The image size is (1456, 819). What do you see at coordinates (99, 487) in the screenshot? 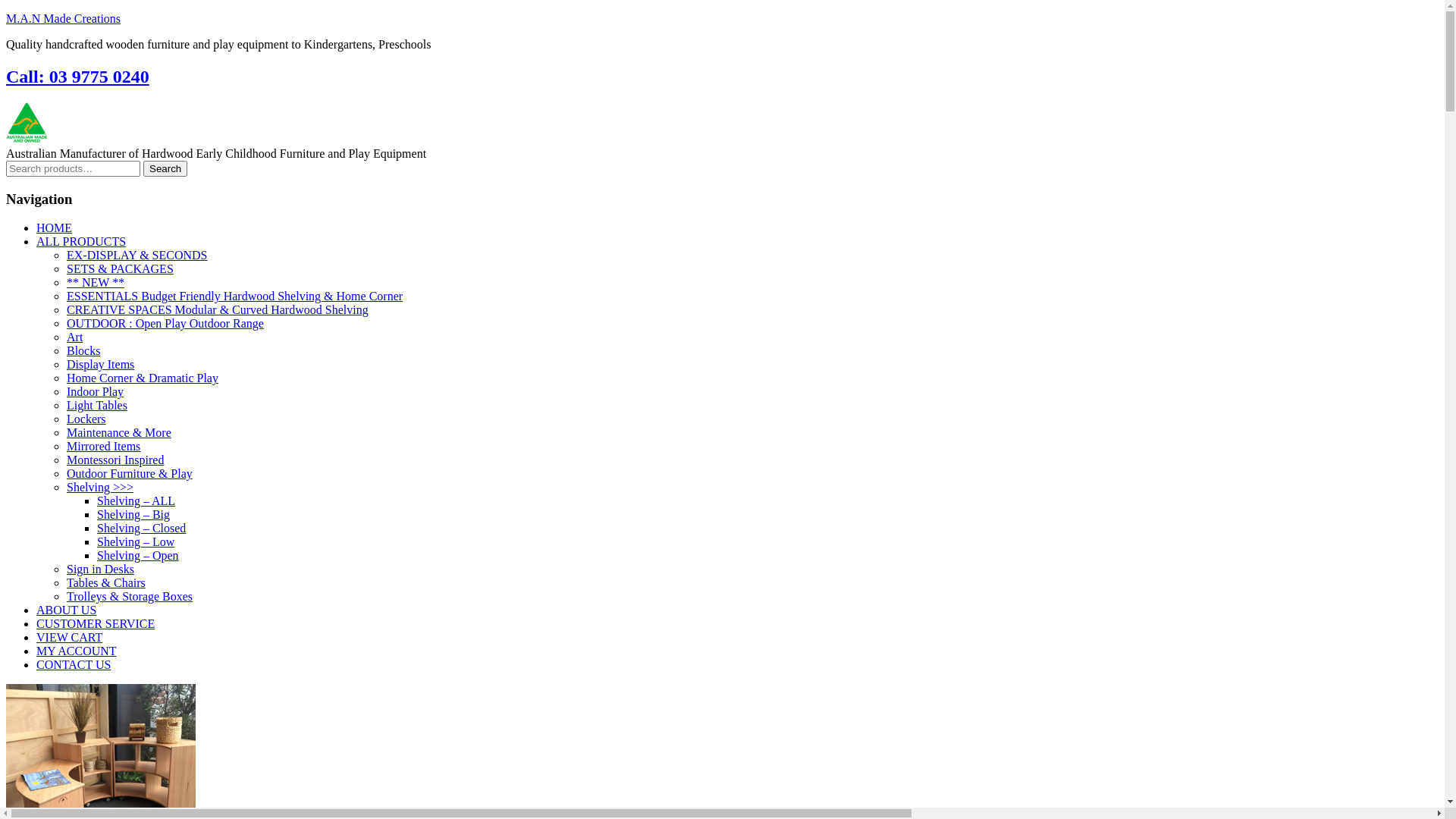
I see `'Shelving >>>'` at bounding box center [99, 487].